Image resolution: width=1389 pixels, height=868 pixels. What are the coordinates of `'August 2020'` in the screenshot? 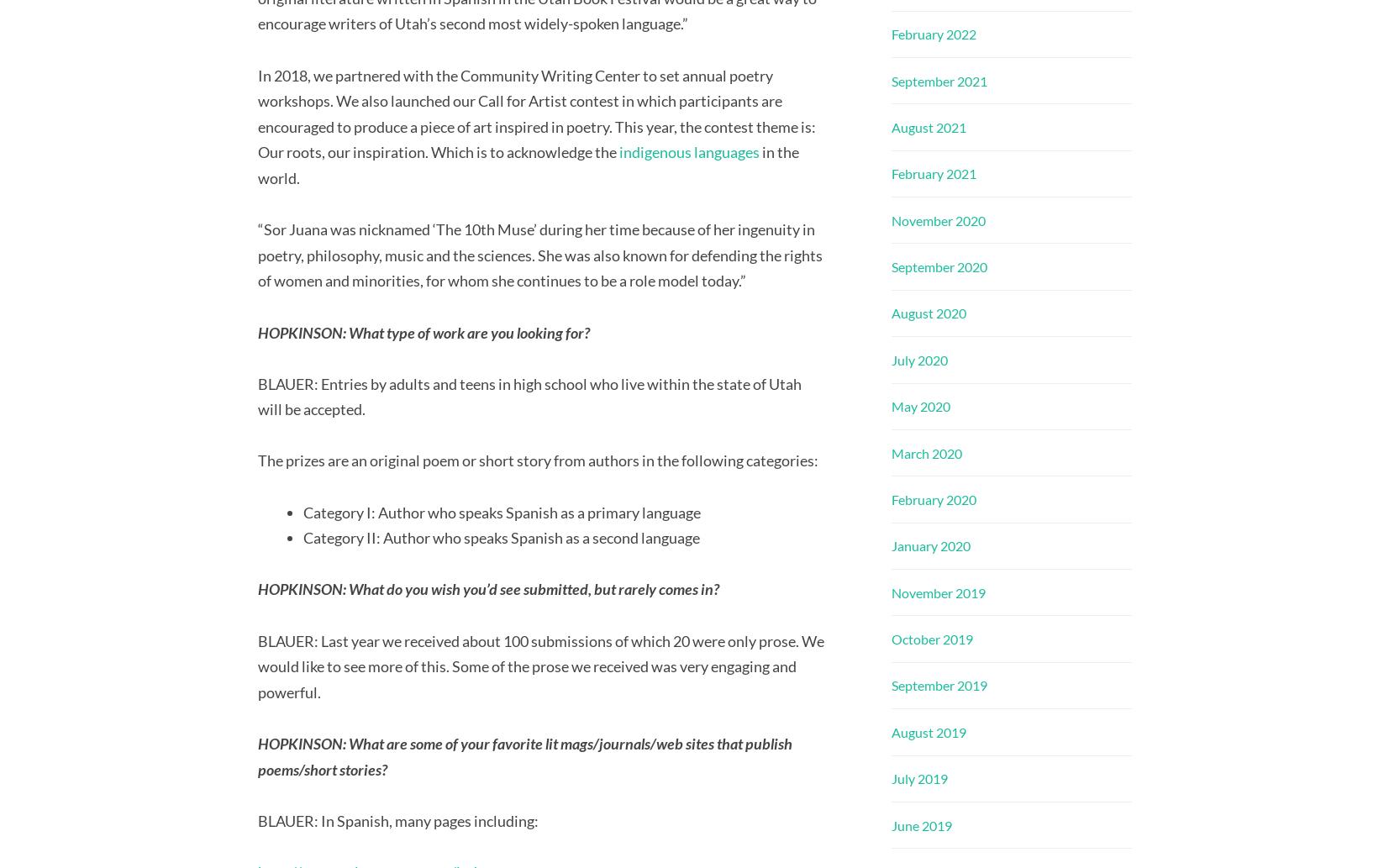 It's located at (928, 313).